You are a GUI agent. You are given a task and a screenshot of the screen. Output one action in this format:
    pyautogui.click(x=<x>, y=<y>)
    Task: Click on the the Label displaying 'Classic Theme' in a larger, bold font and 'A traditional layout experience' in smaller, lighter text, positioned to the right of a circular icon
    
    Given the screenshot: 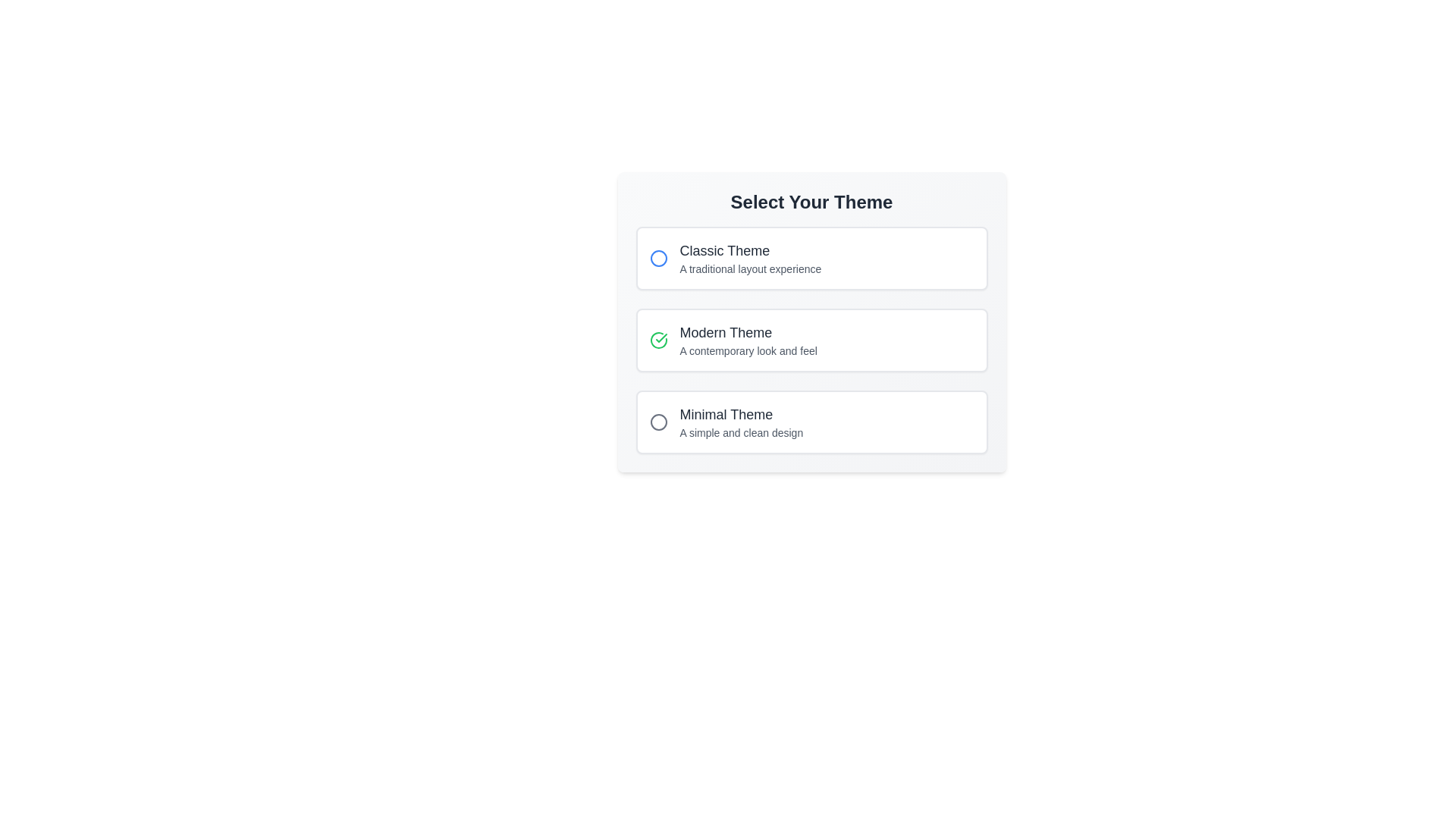 What is the action you would take?
    pyautogui.click(x=750, y=257)
    